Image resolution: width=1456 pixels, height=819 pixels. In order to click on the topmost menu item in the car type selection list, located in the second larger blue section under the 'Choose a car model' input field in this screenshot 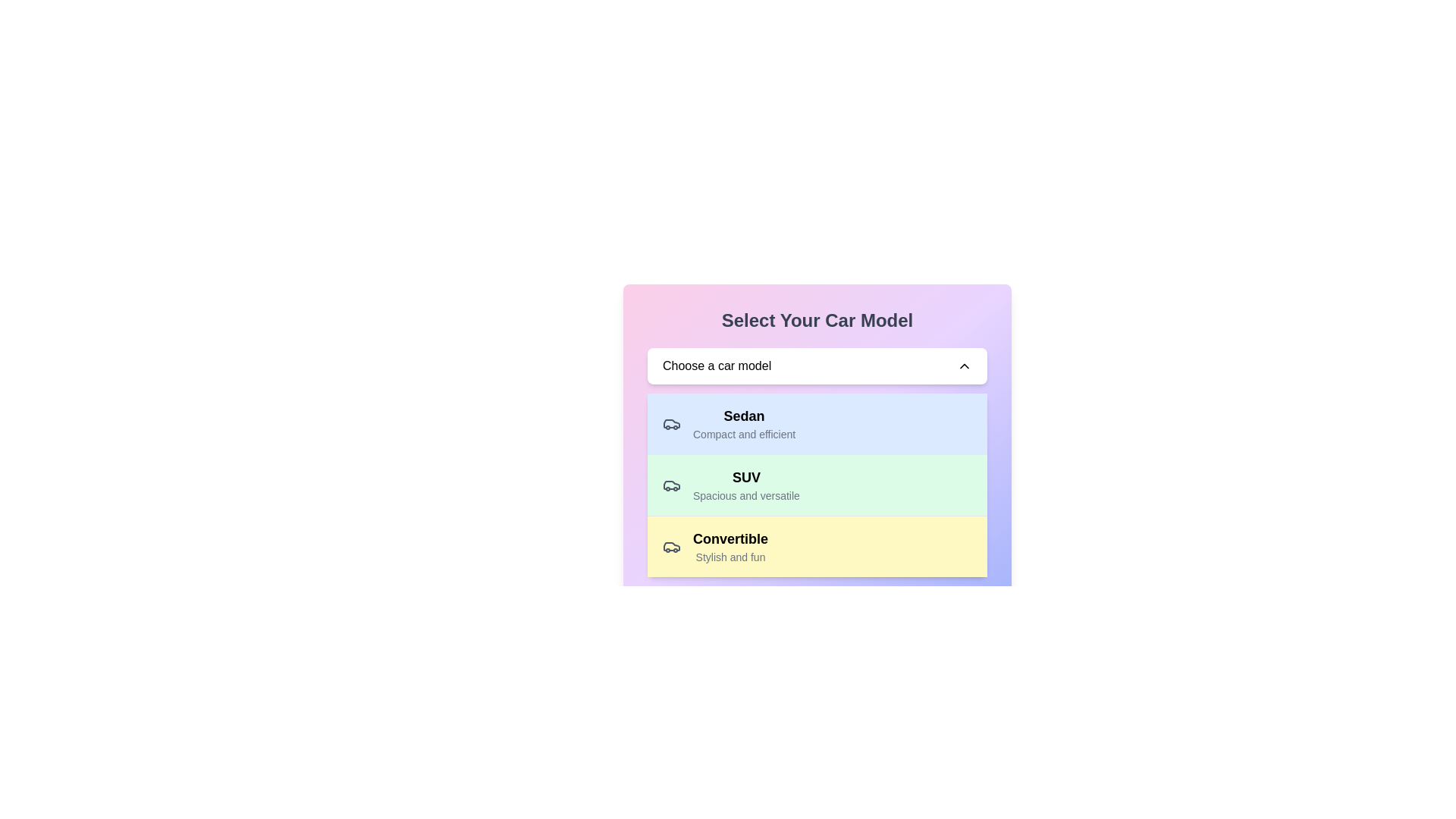, I will do `click(729, 424)`.